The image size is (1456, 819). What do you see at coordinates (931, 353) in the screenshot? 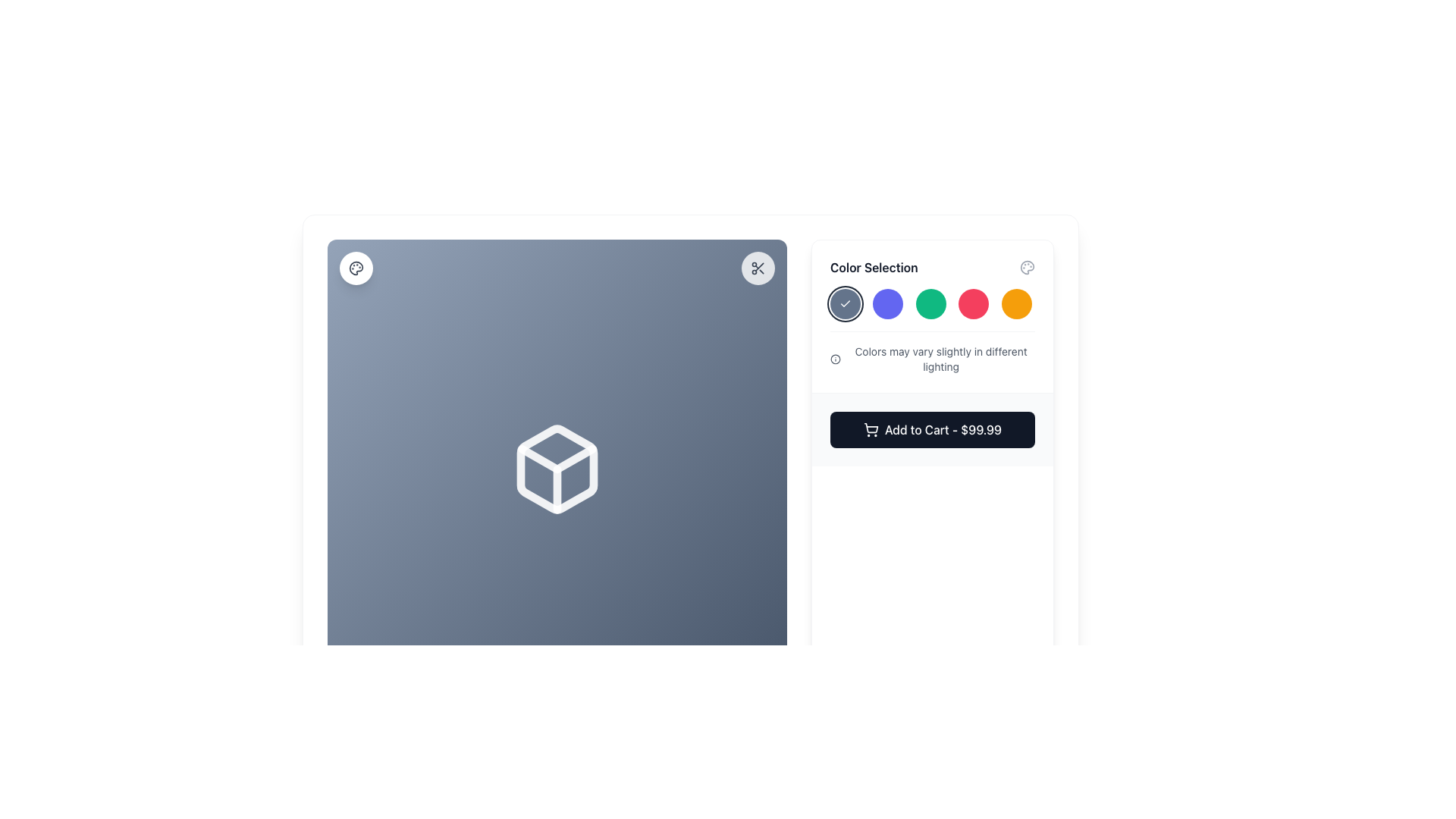
I see `the informational text stating 'Colors may vary slightly in different lighting' with an icon indicating additional information, located below the color selection options` at bounding box center [931, 353].